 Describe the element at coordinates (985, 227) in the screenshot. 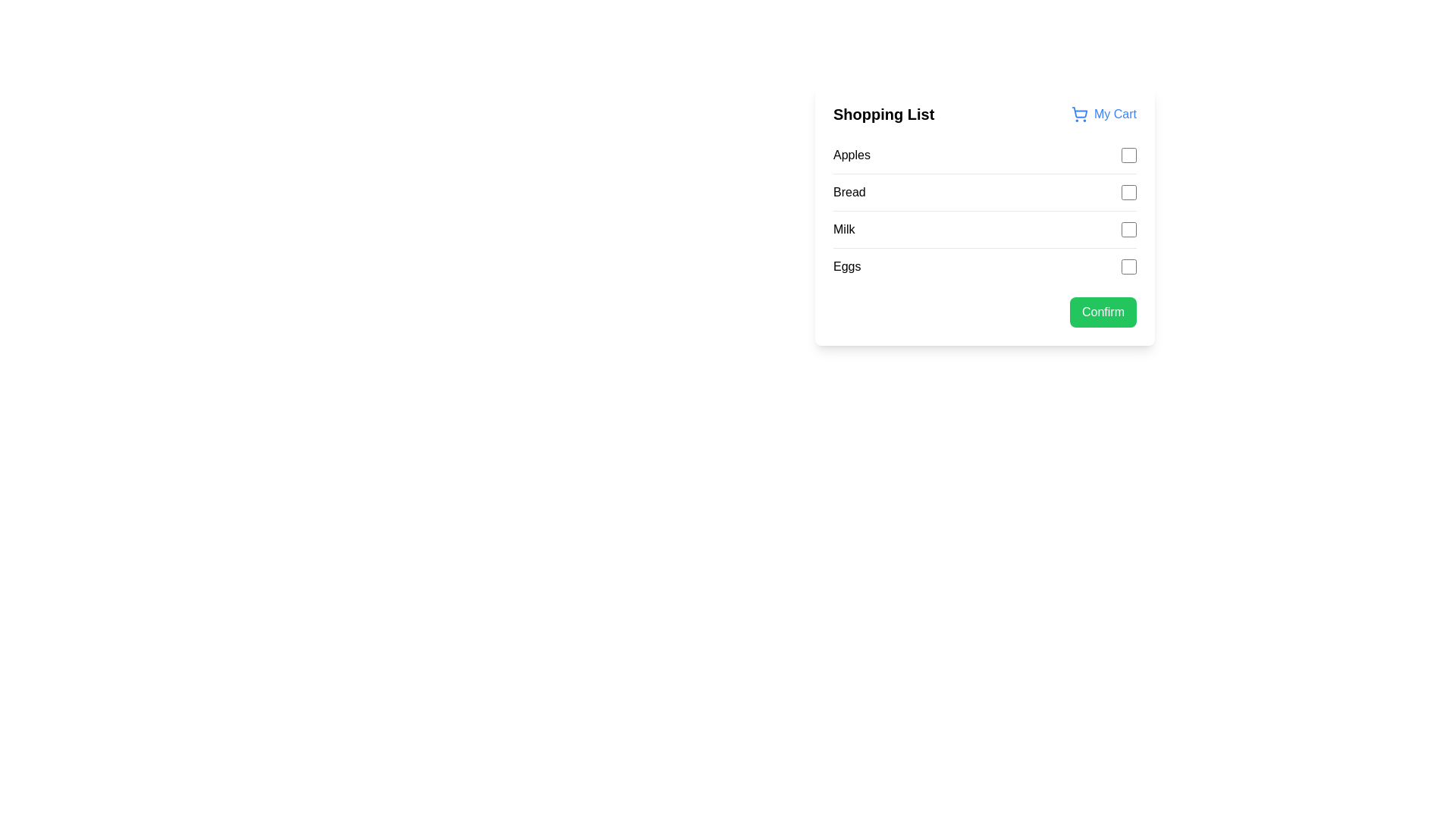

I see `the checkbox next to the 'Milk' item` at that location.